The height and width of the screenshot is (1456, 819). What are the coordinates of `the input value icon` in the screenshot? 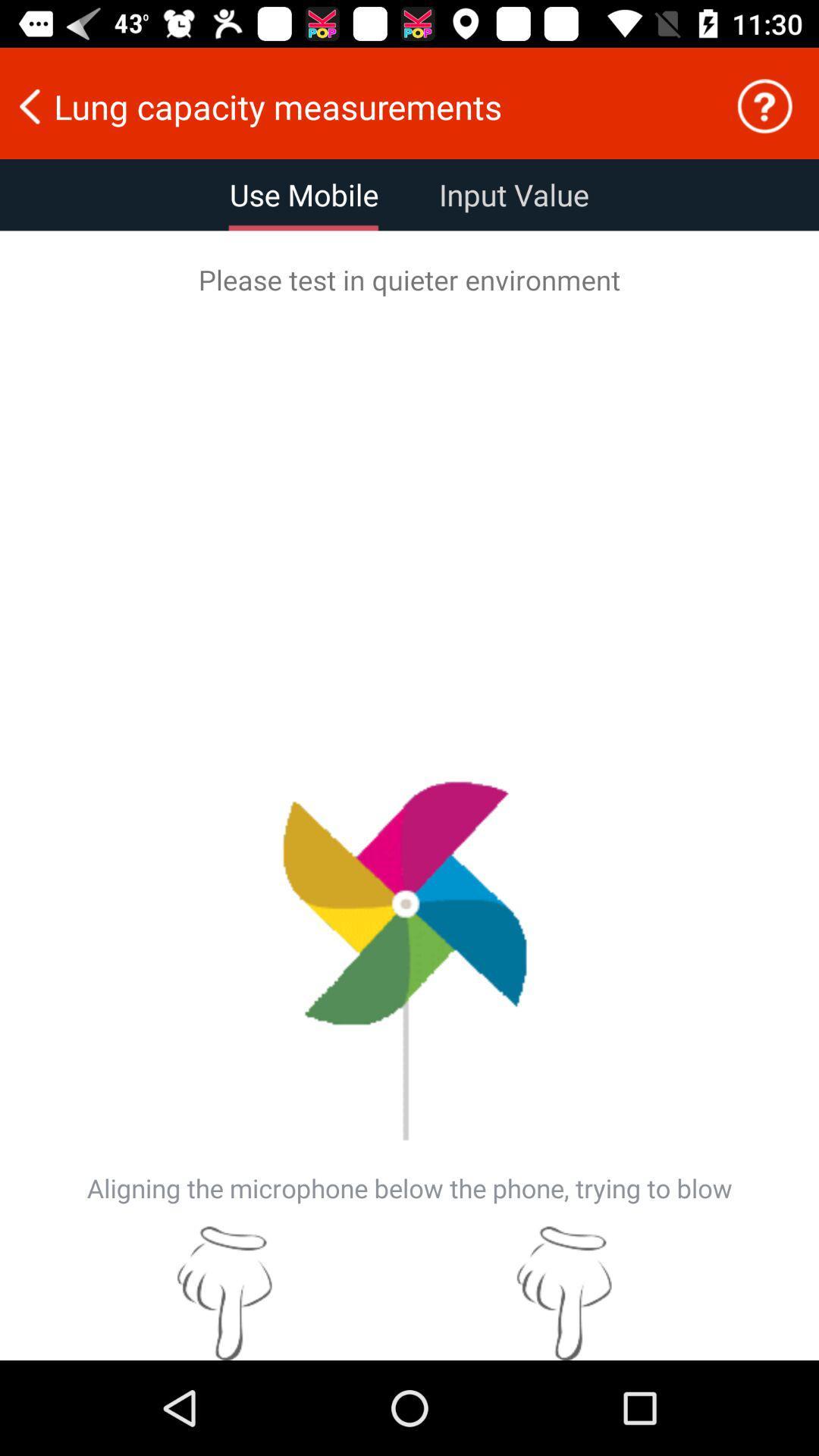 It's located at (513, 194).